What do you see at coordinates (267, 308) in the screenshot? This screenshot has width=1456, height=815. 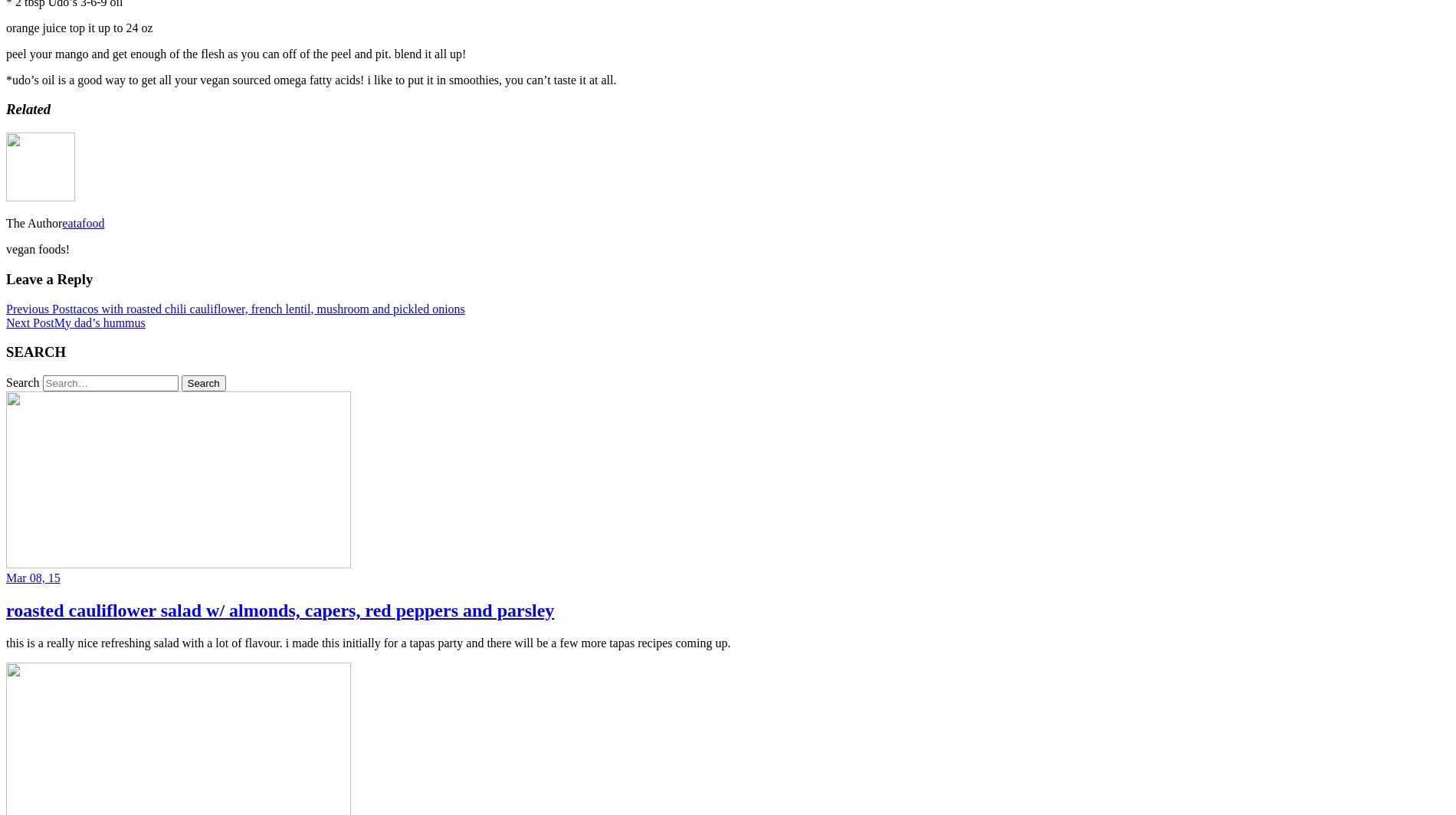 I see `'tacos with roasted chili cauliflower, french lentil, mushroom and pickled onions'` at bounding box center [267, 308].